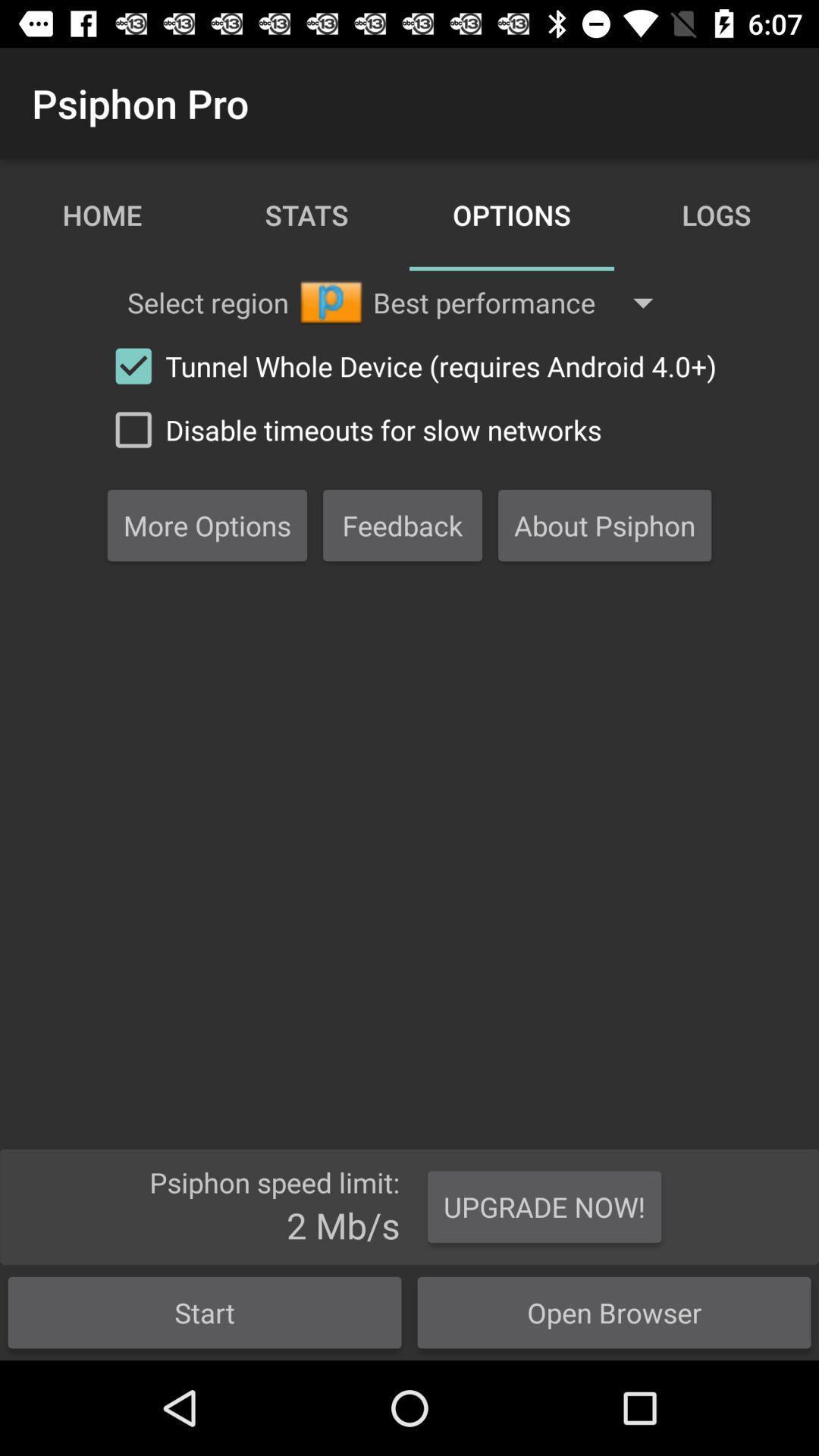 This screenshot has width=819, height=1456. What do you see at coordinates (544, 1207) in the screenshot?
I see `upgrade now` at bounding box center [544, 1207].